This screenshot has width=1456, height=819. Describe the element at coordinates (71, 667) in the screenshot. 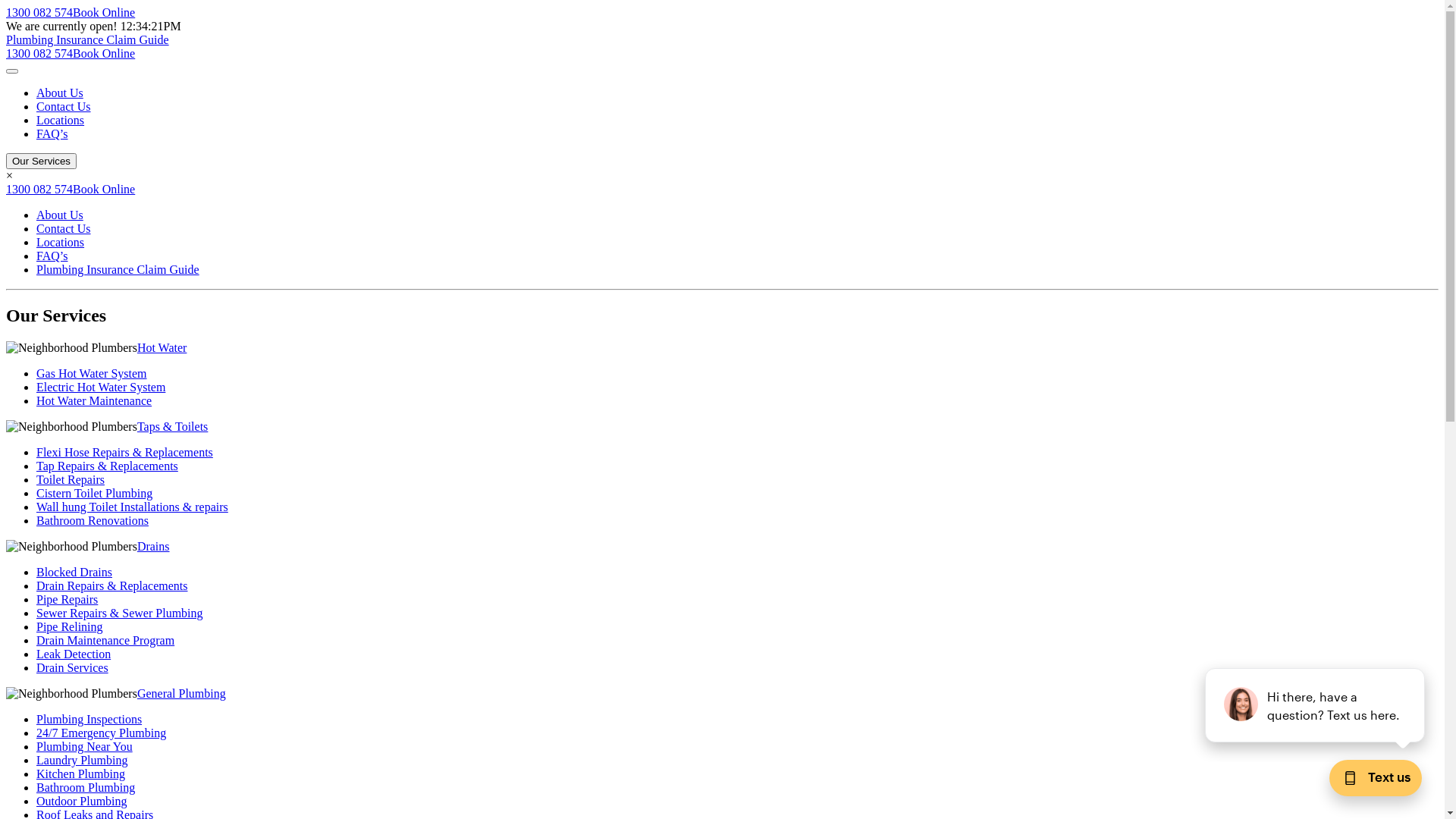

I see `'Drain Services'` at that location.